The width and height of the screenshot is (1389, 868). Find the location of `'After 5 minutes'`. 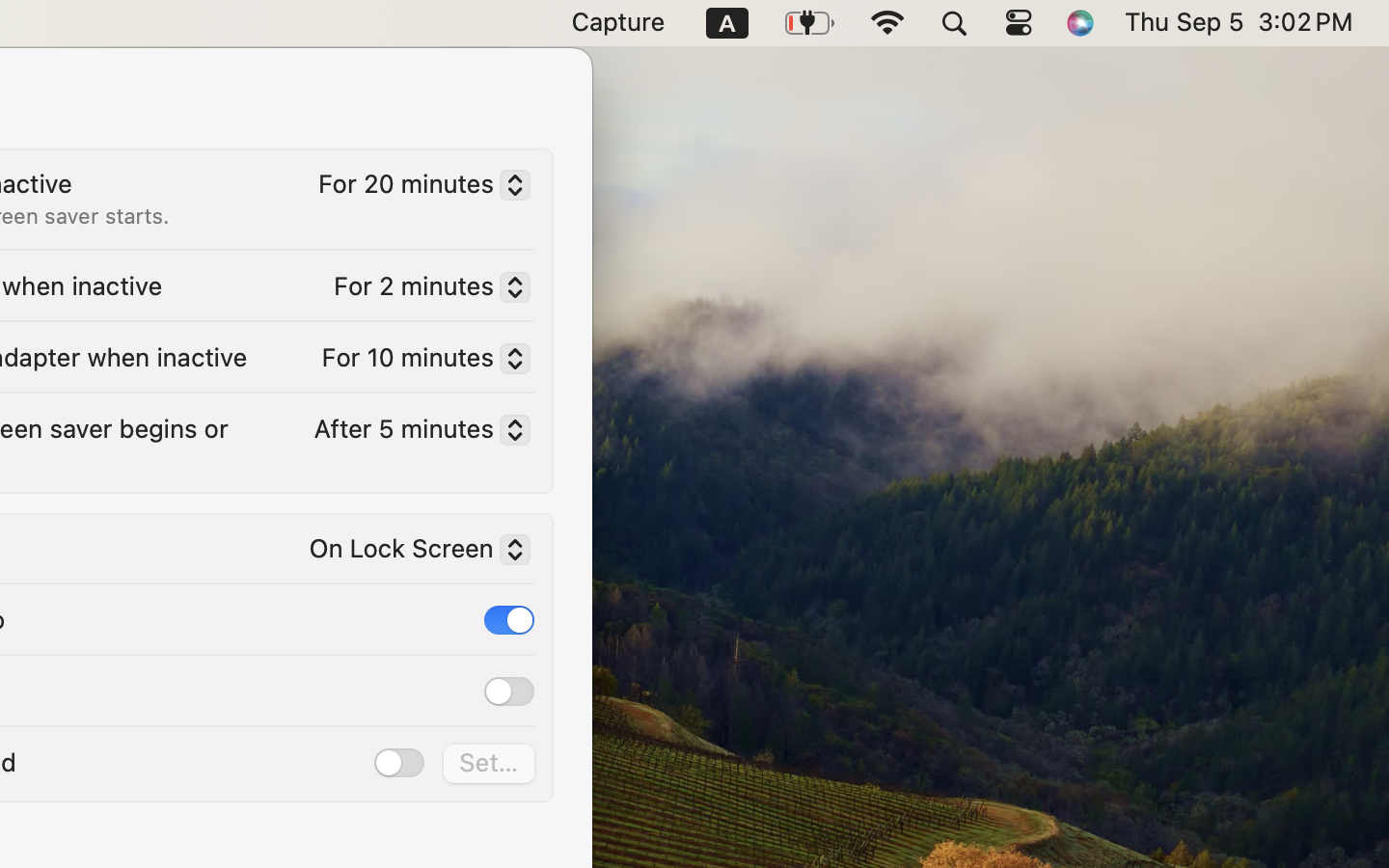

'After 5 minutes' is located at coordinates (413, 433).